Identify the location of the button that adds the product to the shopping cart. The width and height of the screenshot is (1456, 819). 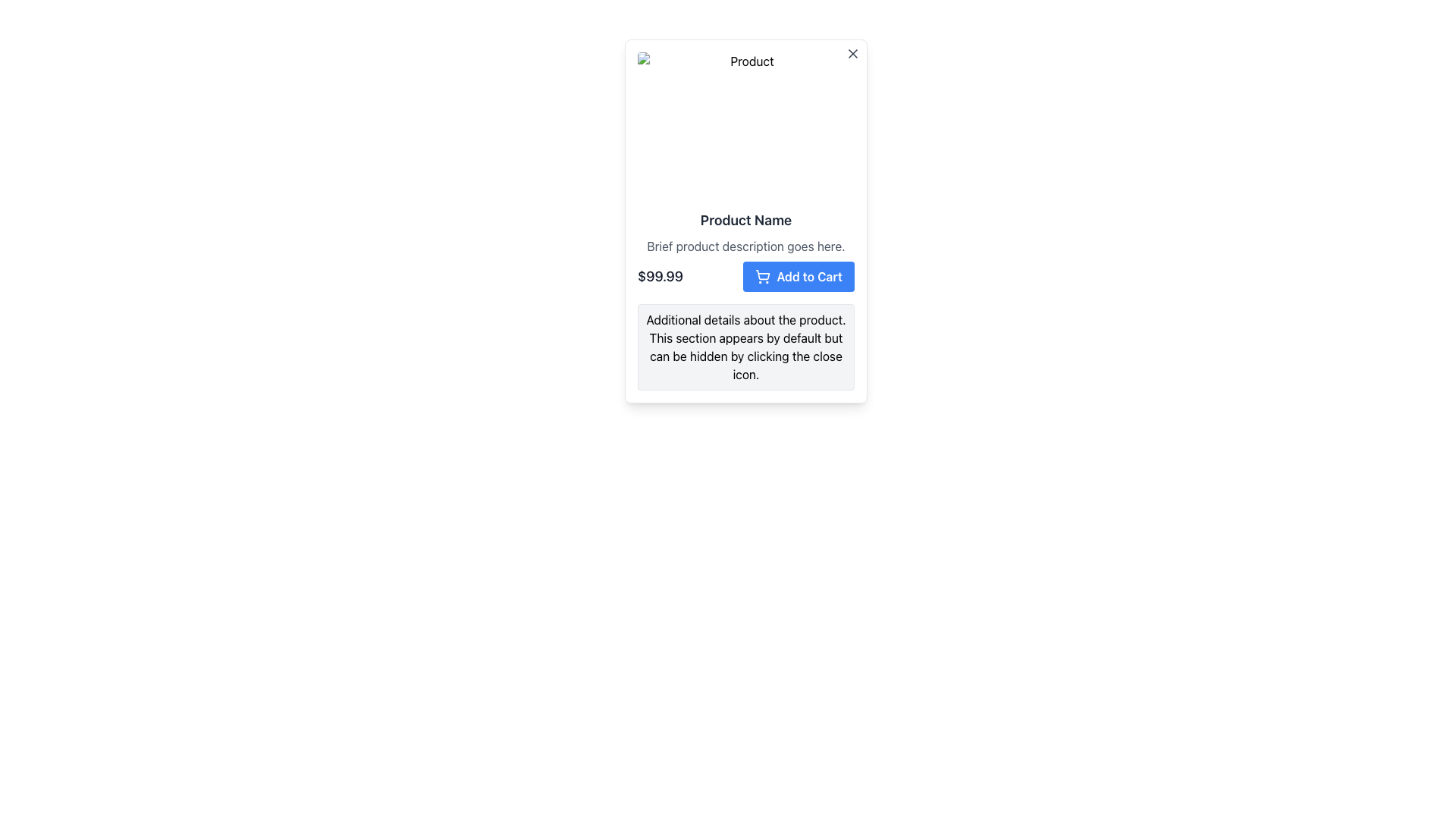
(798, 277).